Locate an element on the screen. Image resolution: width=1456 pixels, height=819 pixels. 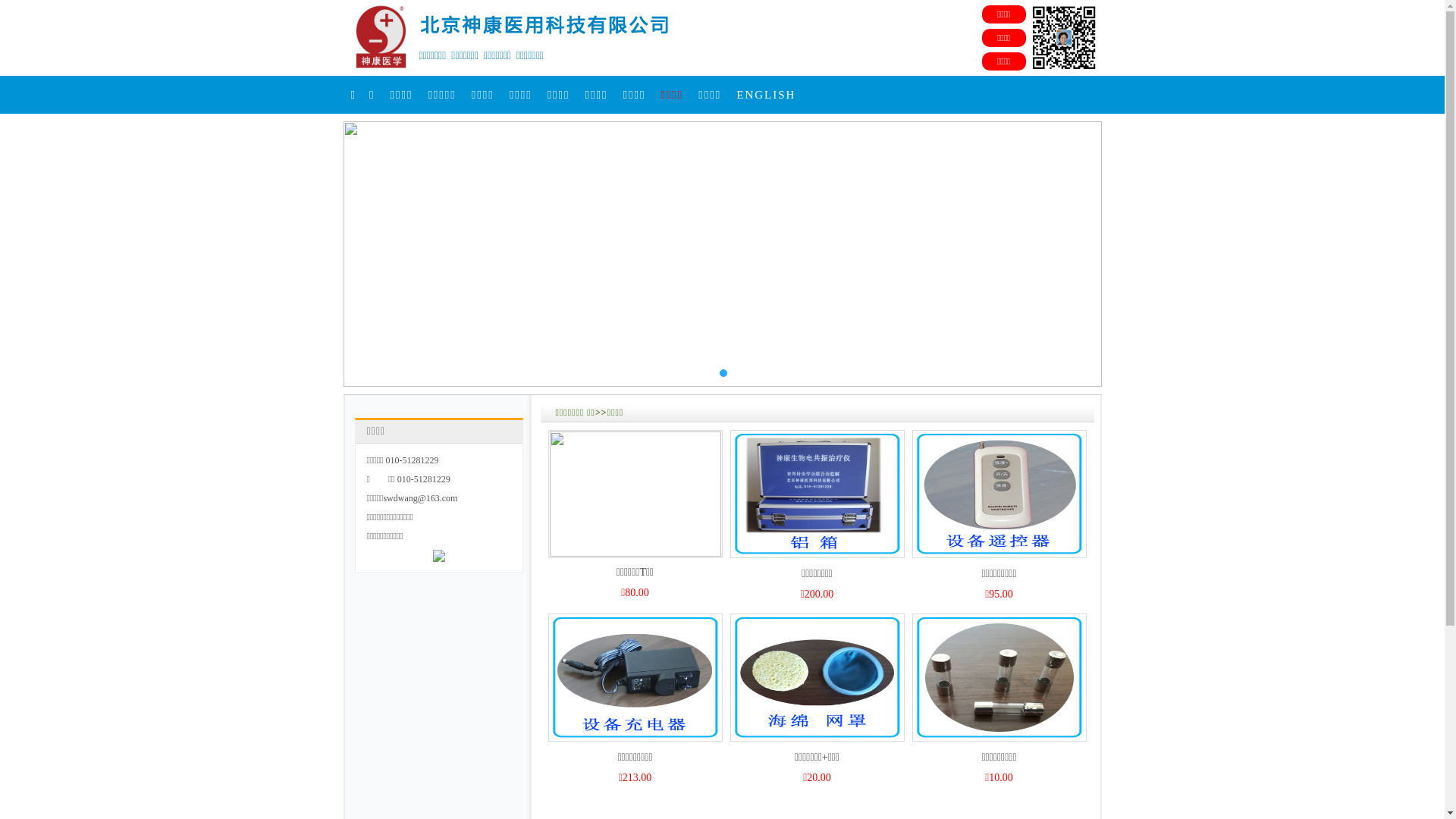
'ENGLISH' is located at coordinates (765, 94).